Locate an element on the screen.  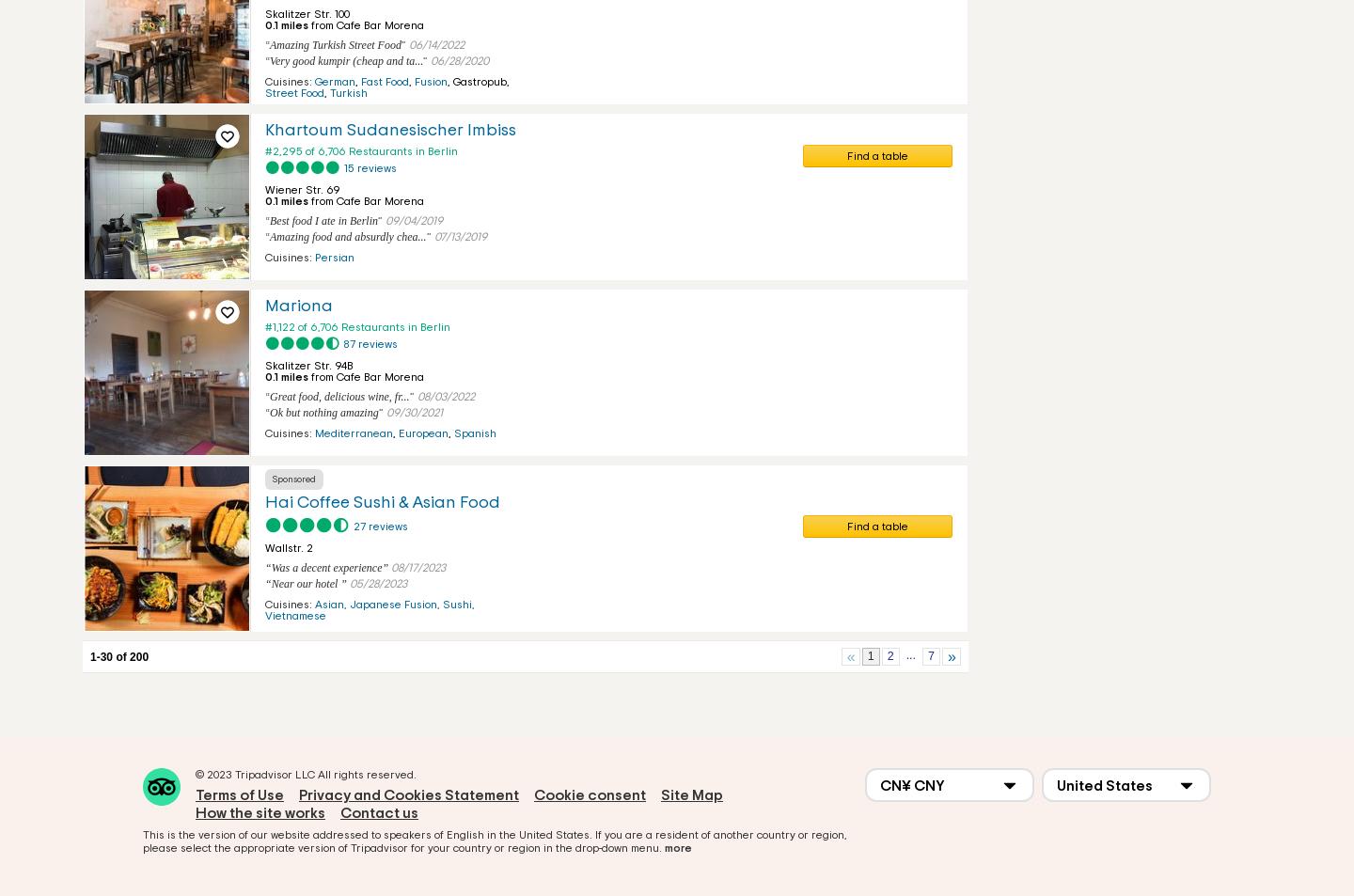
'Contact us' is located at coordinates (378, 813).